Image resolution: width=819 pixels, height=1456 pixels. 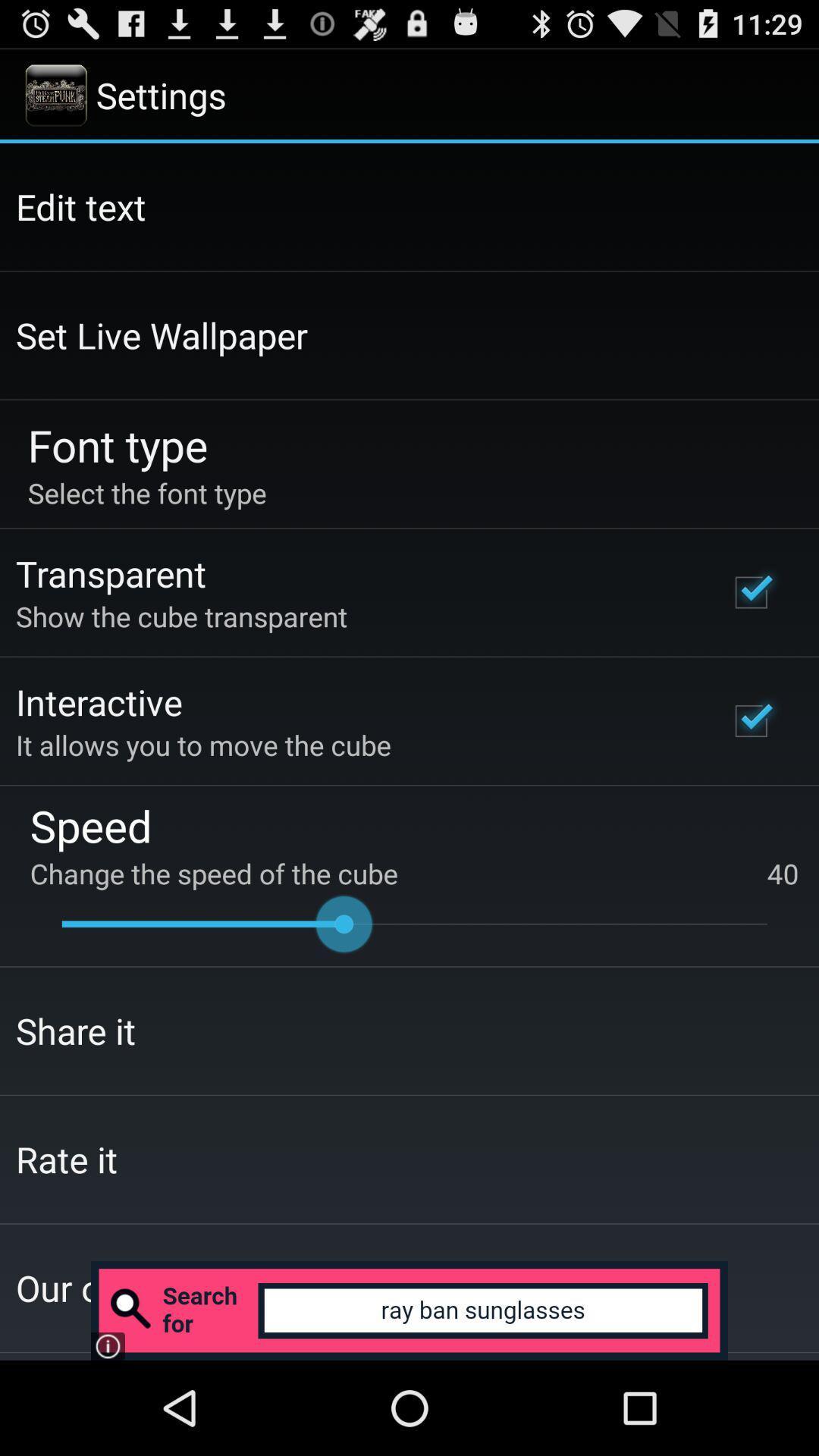 I want to click on icon above rate it, so click(x=76, y=1031).